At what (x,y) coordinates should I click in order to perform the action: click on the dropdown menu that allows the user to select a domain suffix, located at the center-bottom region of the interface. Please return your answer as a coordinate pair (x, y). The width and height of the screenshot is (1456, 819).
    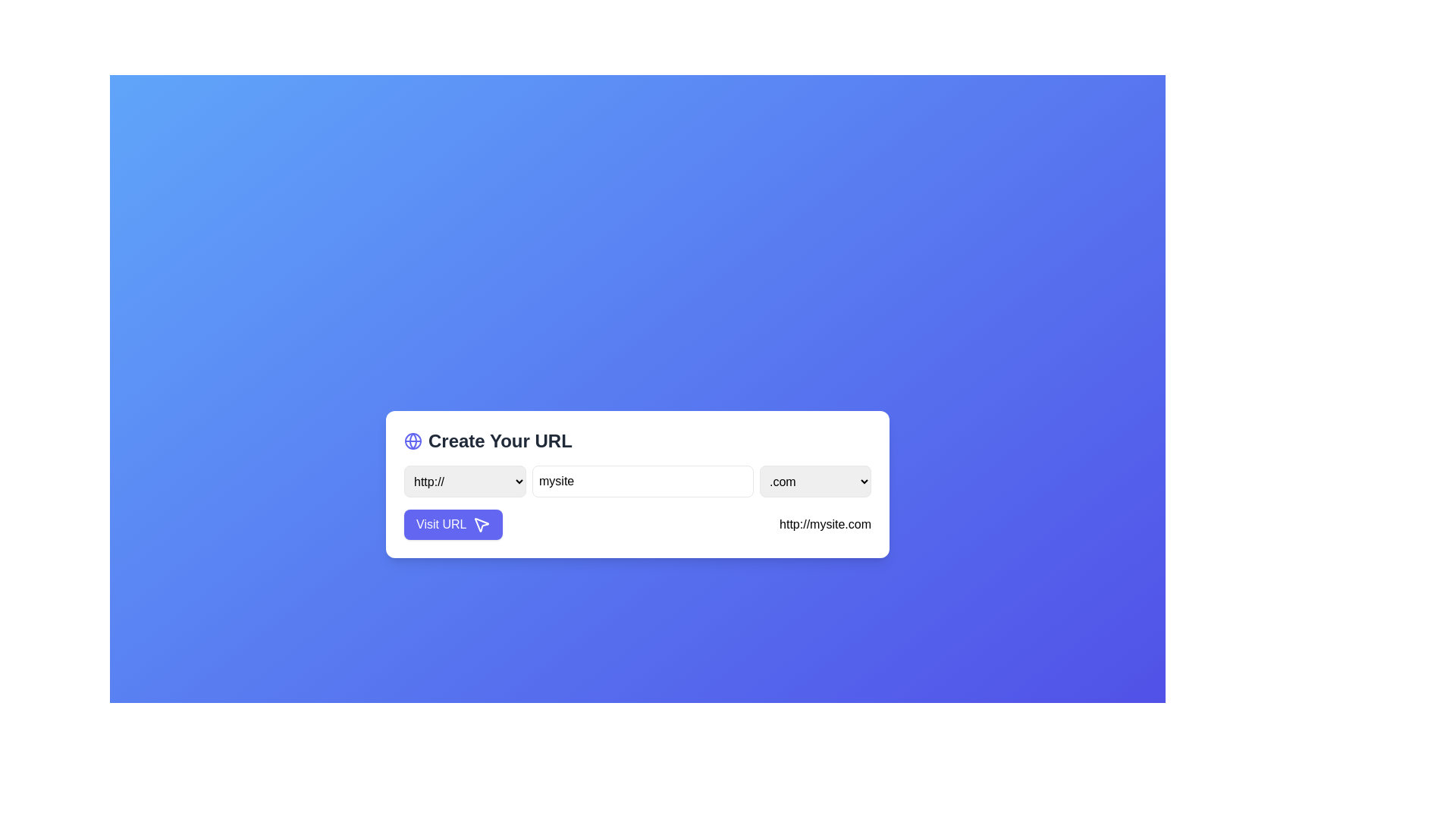
    Looking at the image, I should click on (814, 482).